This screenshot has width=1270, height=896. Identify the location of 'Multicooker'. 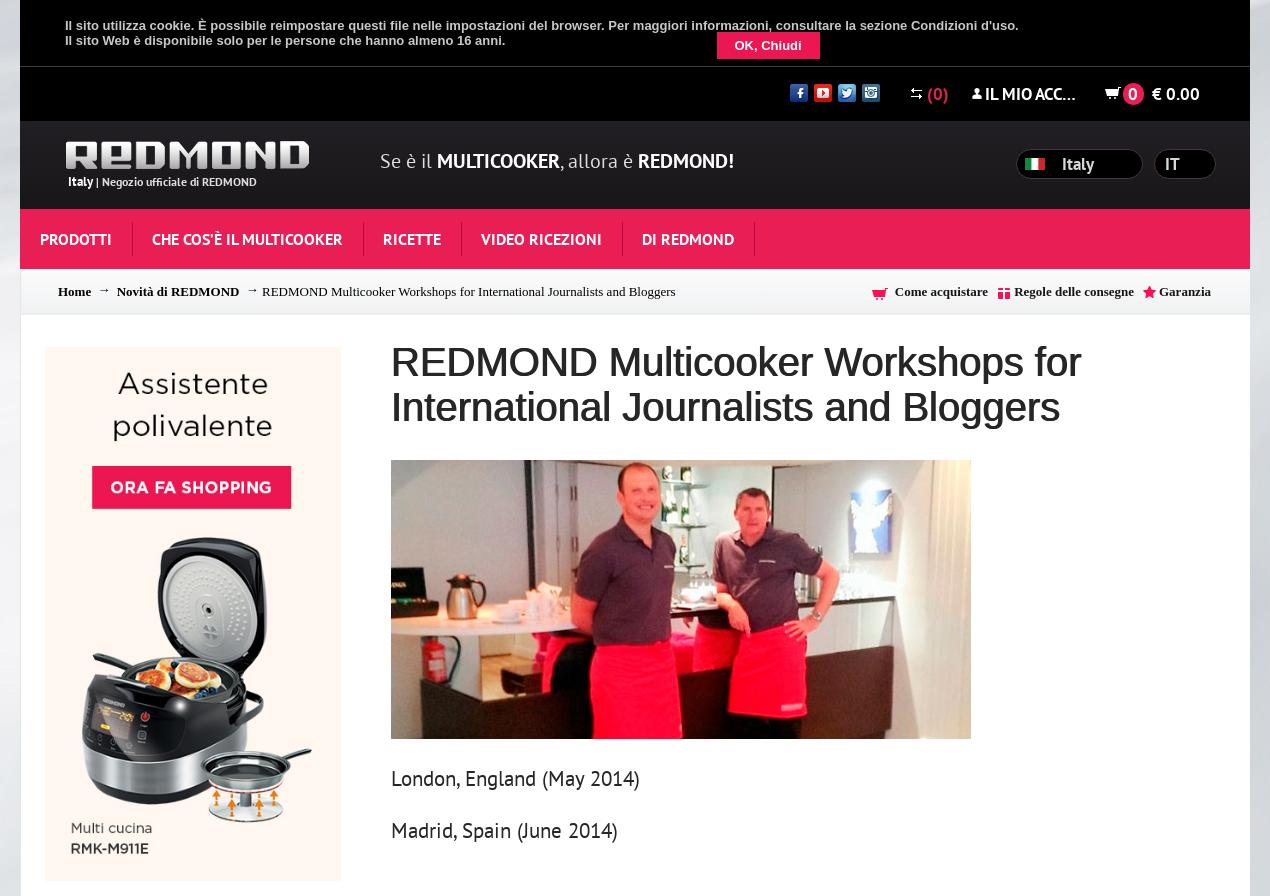
(498, 161).